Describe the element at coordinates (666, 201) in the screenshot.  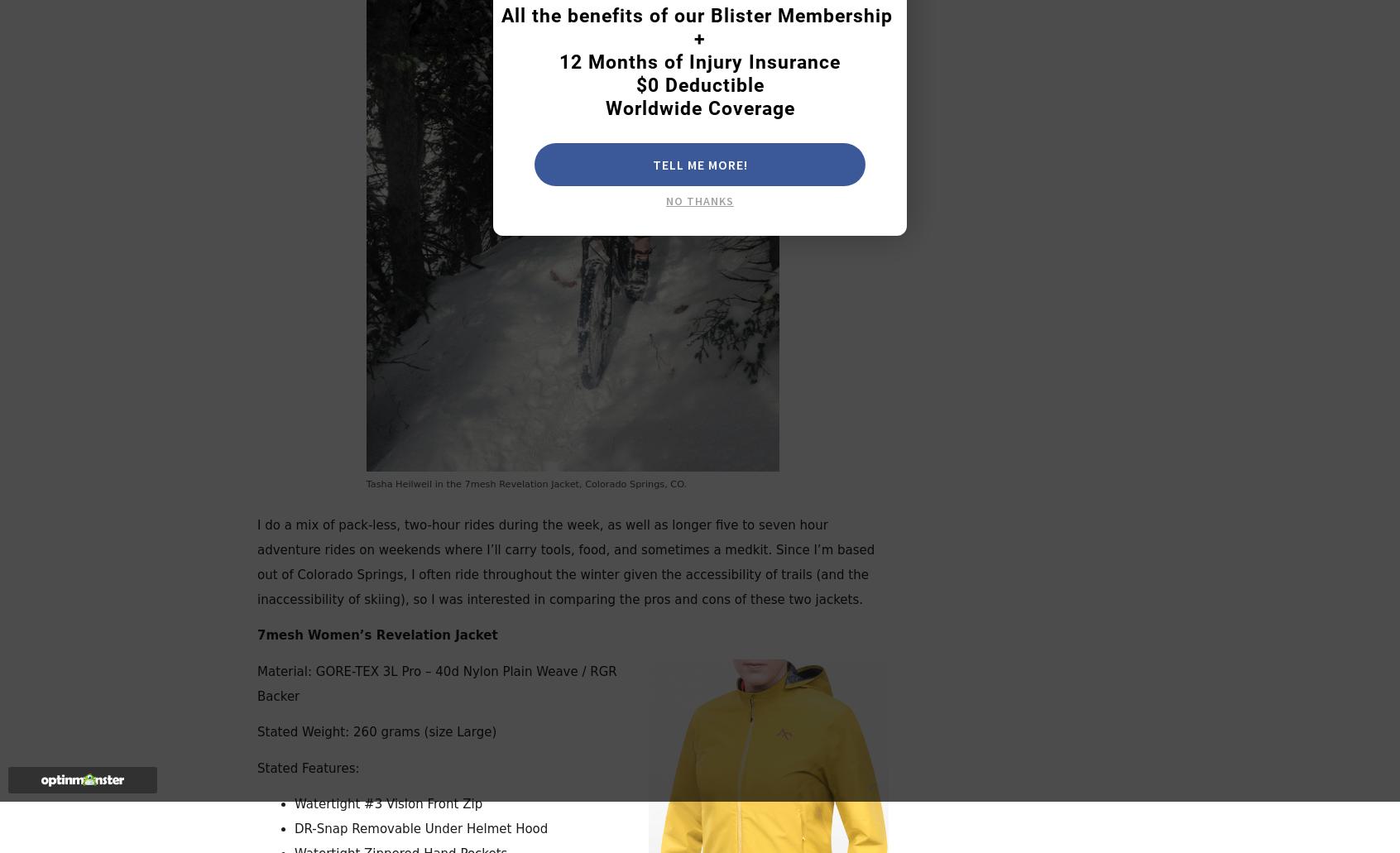
I see `'No Thanks'` at that location.